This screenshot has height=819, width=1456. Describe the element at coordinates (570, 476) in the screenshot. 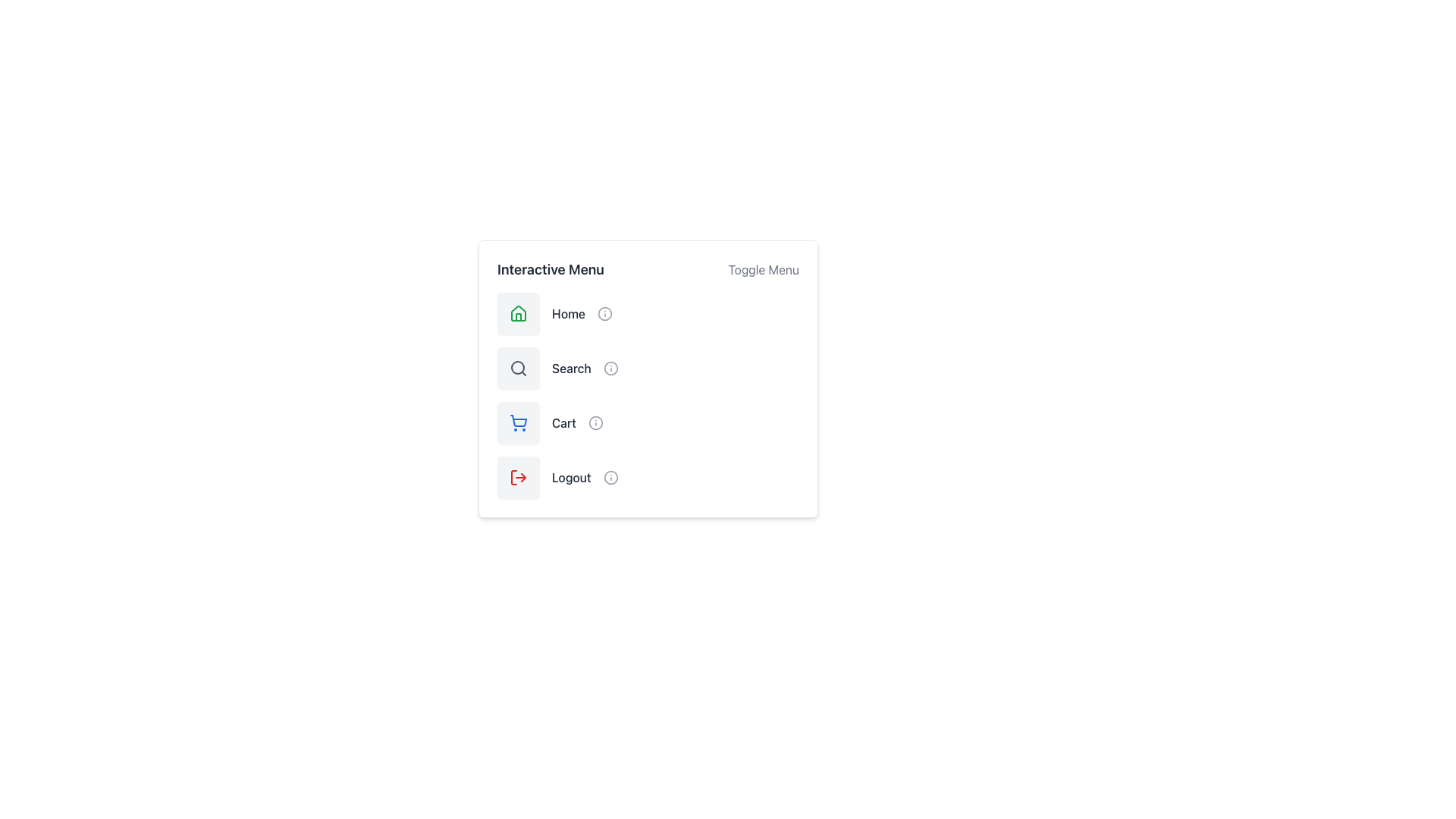

I see `the logout text label in the menu, which is the last item in a vertical list located at the bottom right side of the interface, adjacent to a red logout icon` at that location.